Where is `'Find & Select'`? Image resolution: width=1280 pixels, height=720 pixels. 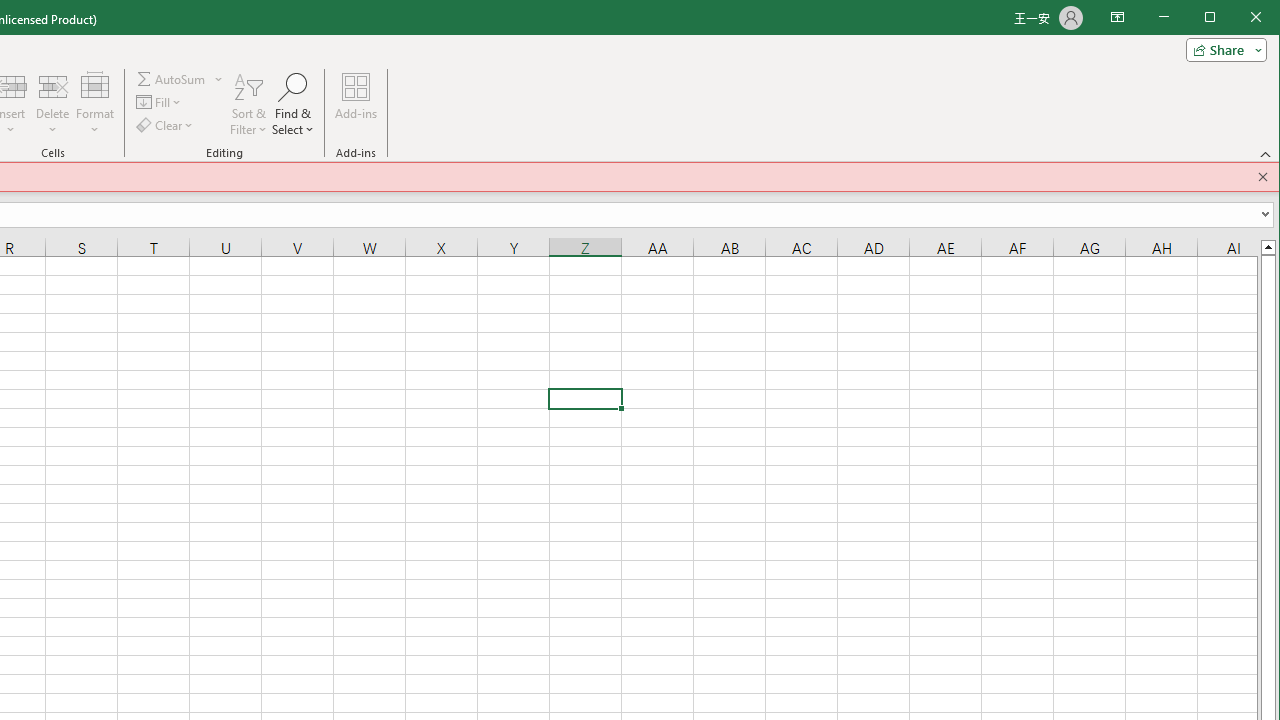
'Find & Select' is located at coordinates (292, 104).